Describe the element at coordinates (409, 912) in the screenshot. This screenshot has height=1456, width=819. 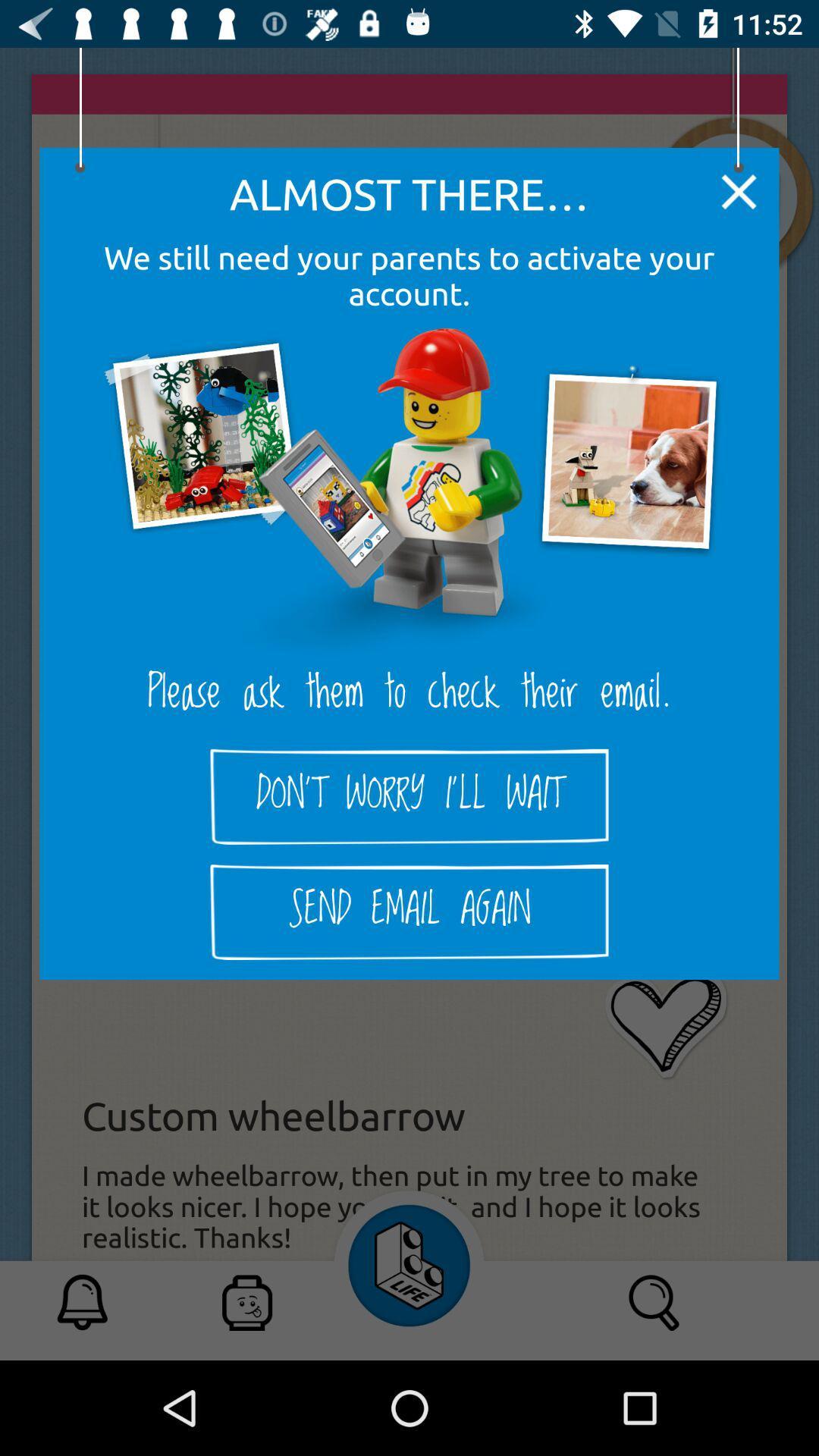
I see `the send email again icon` at that location.